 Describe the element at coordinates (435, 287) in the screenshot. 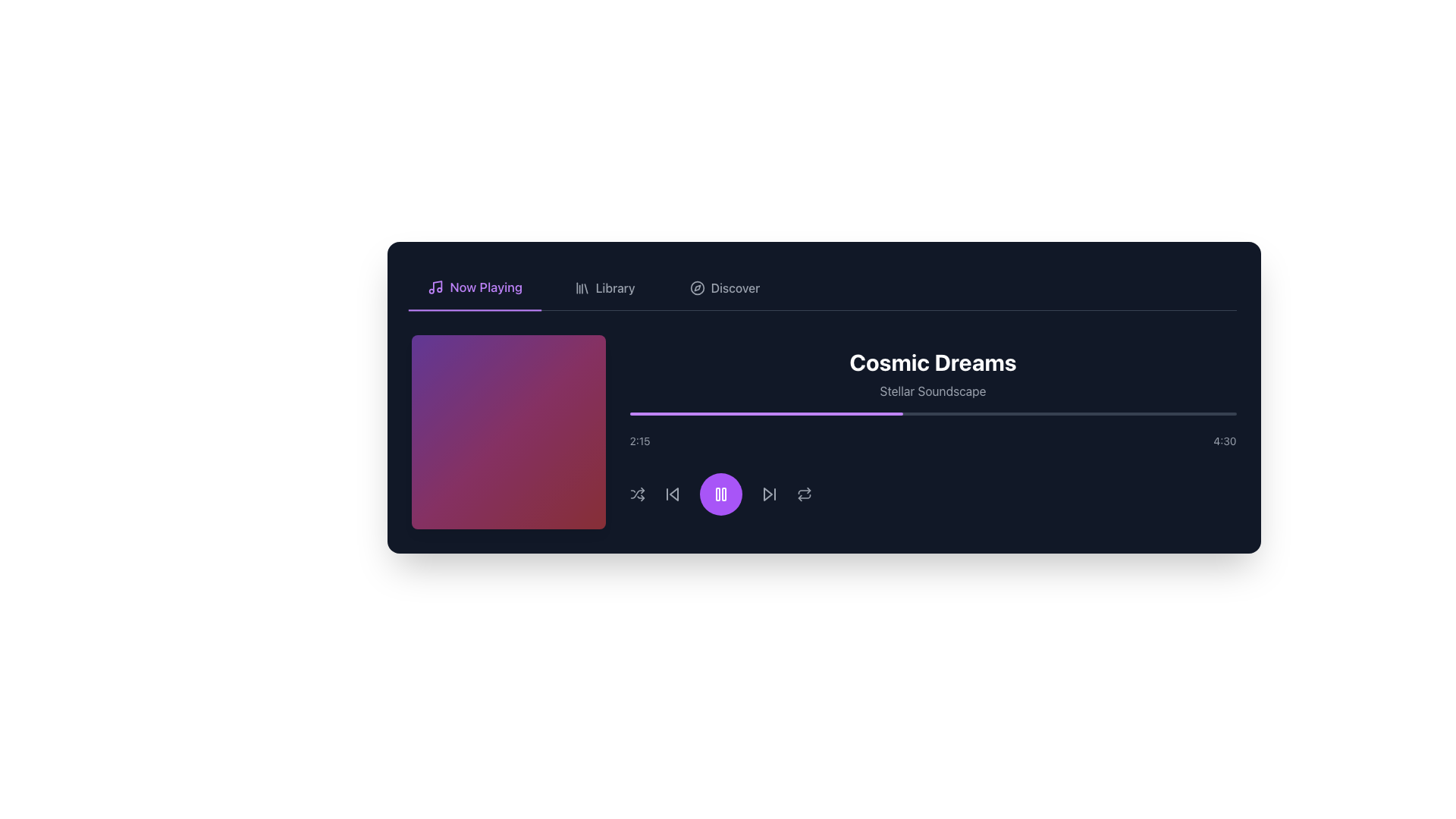

I see `the musical note icon located to the left of the 'Now Playing' text in the header section for navigation or interaction` at that location.